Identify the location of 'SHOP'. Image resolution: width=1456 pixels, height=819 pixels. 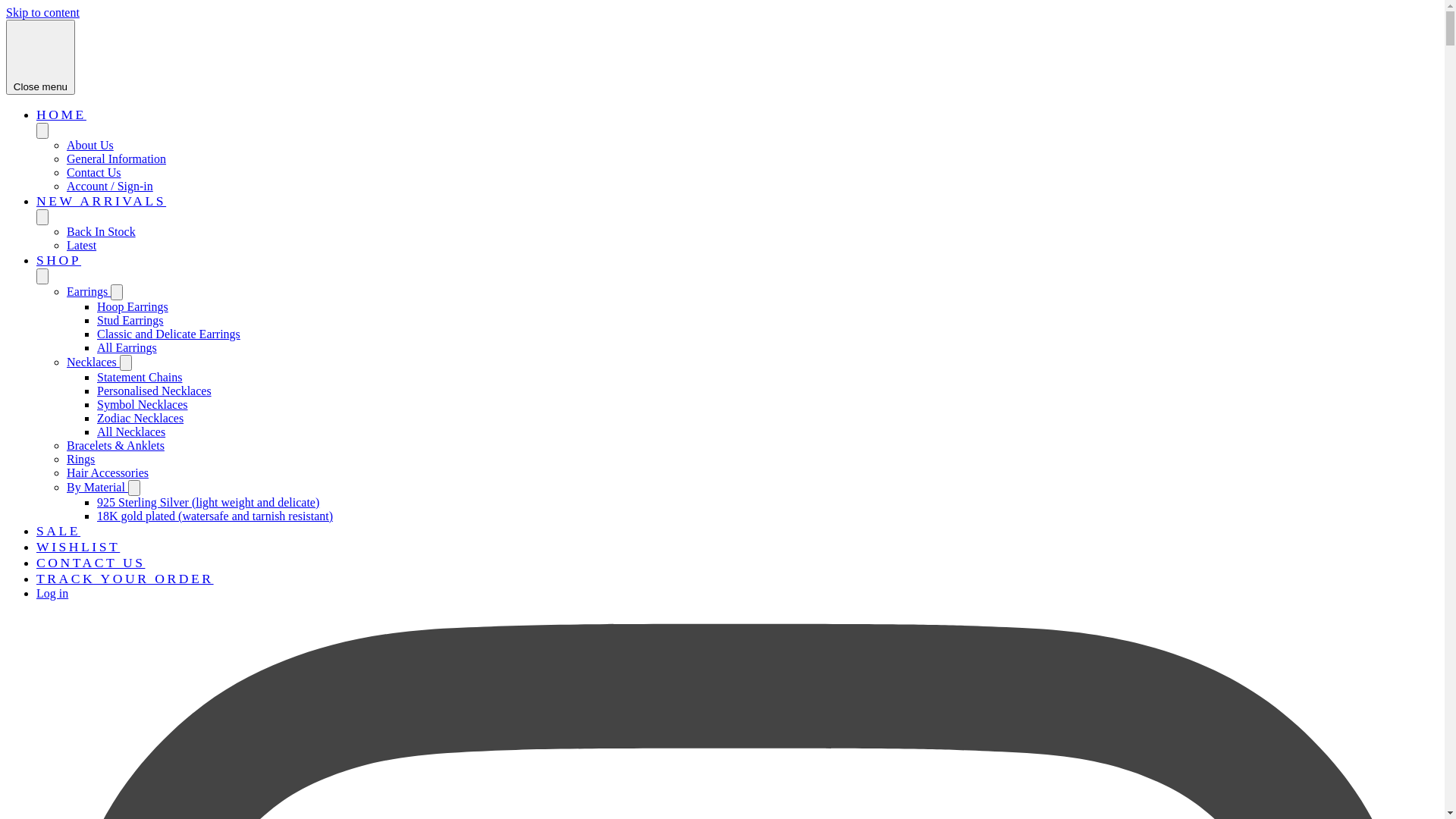
(58, 259).